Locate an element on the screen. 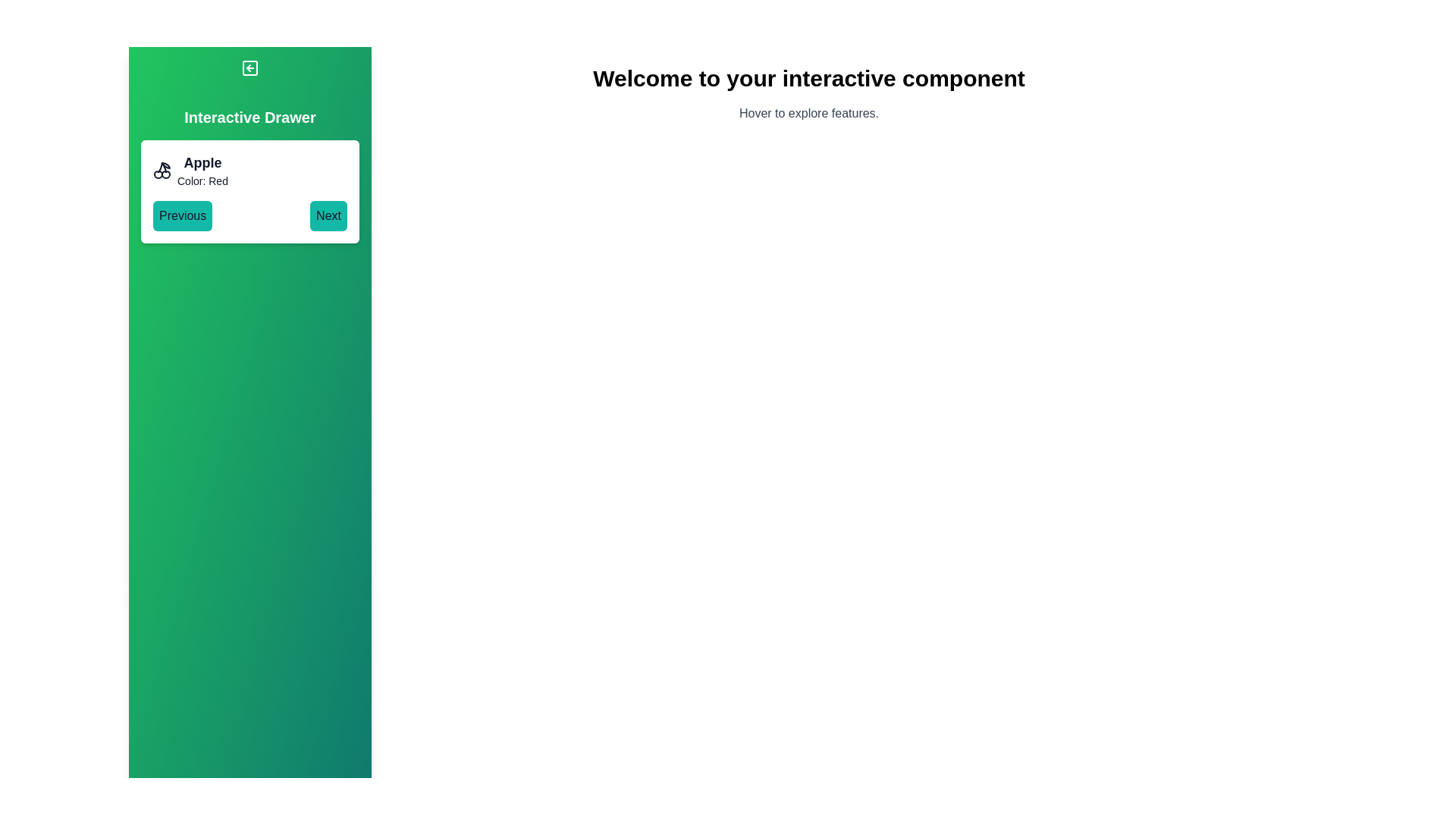 This screenshot has height=819, width=1456. the 'Next' button to navigate to the next item in the carousel is located at coordinates (328, 216).